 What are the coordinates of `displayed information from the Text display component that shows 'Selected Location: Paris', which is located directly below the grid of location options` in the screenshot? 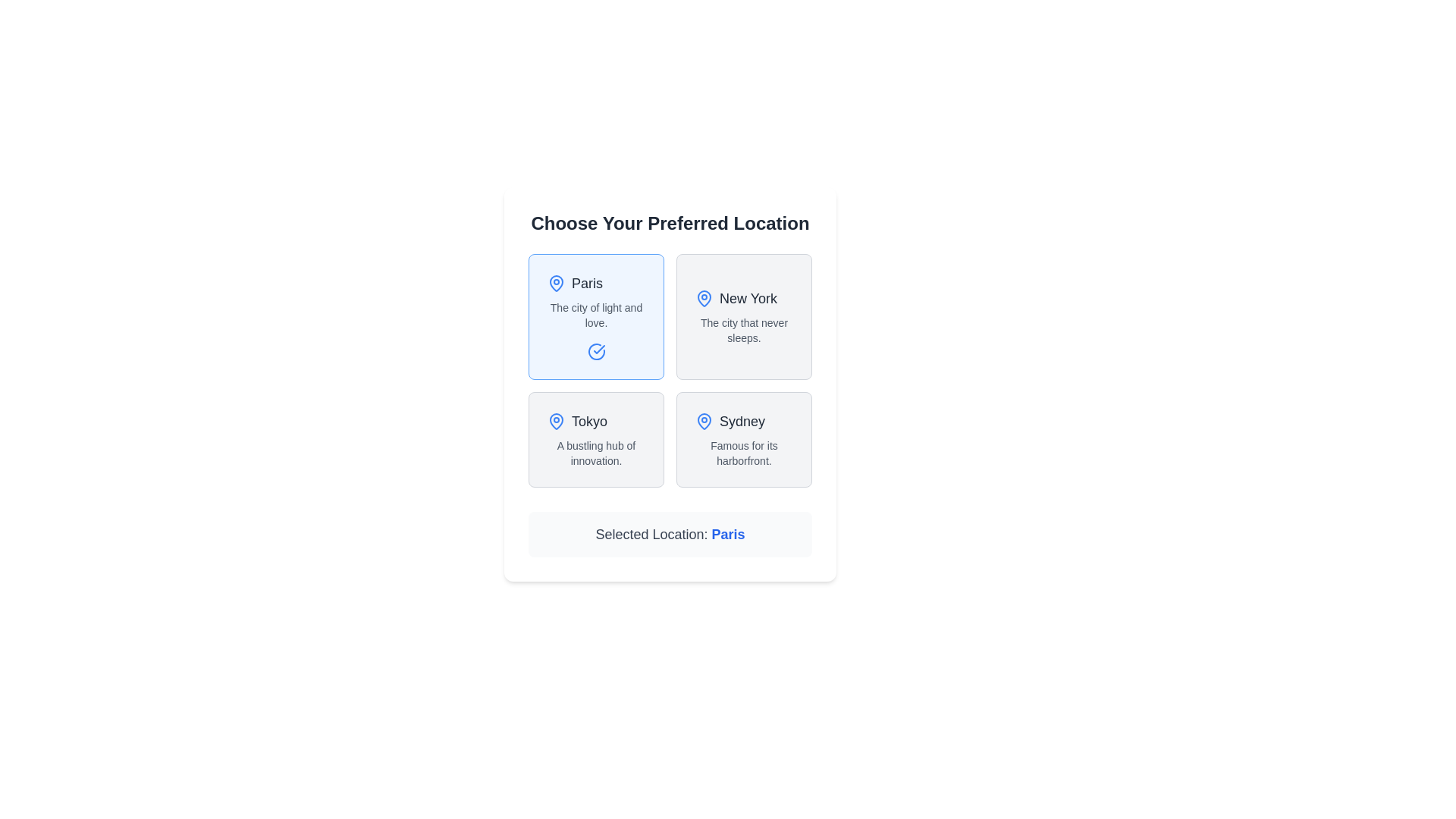 It's located at (669, 534).